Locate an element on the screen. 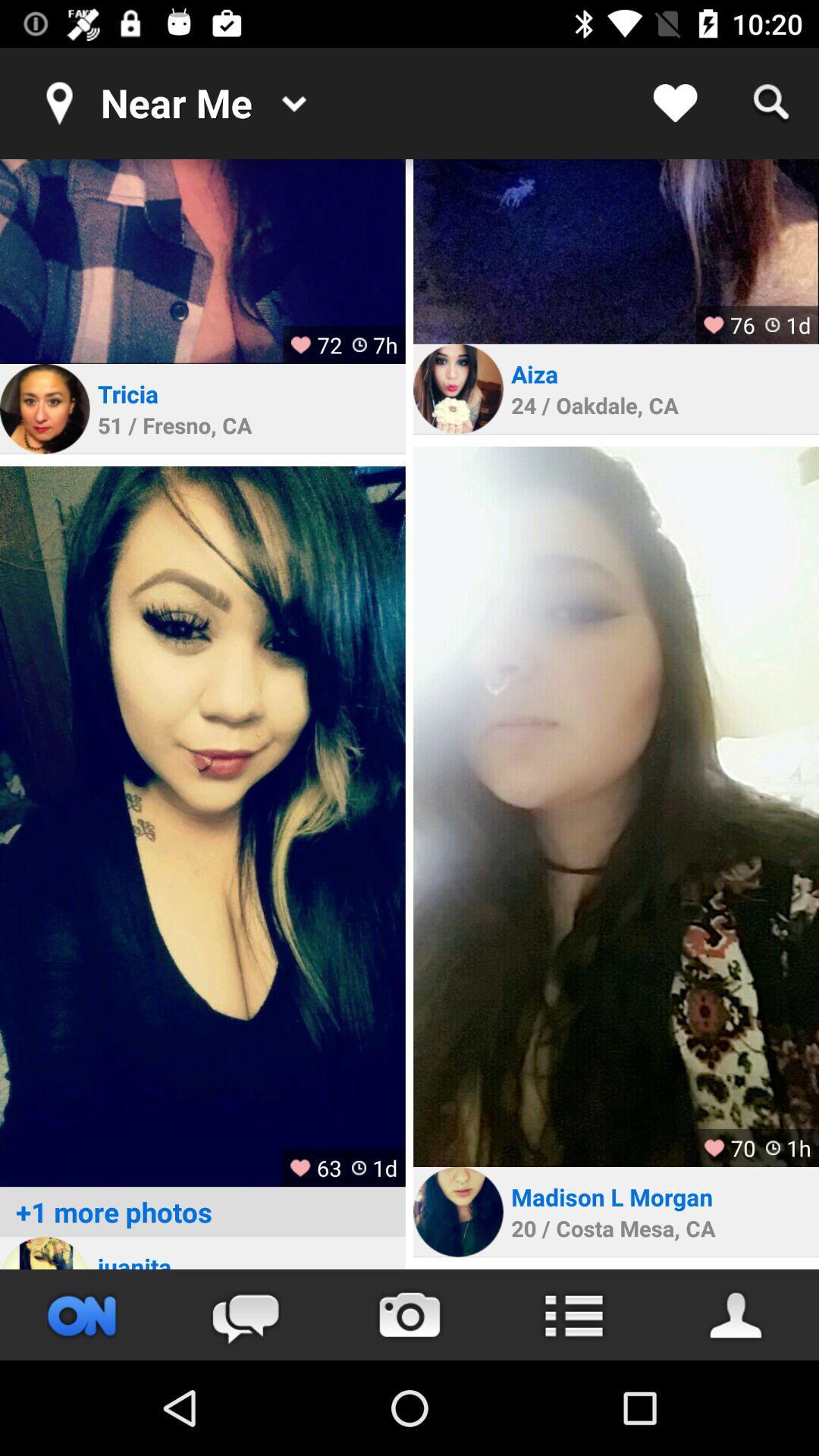  picture option is located at coordinates (409, 1314).